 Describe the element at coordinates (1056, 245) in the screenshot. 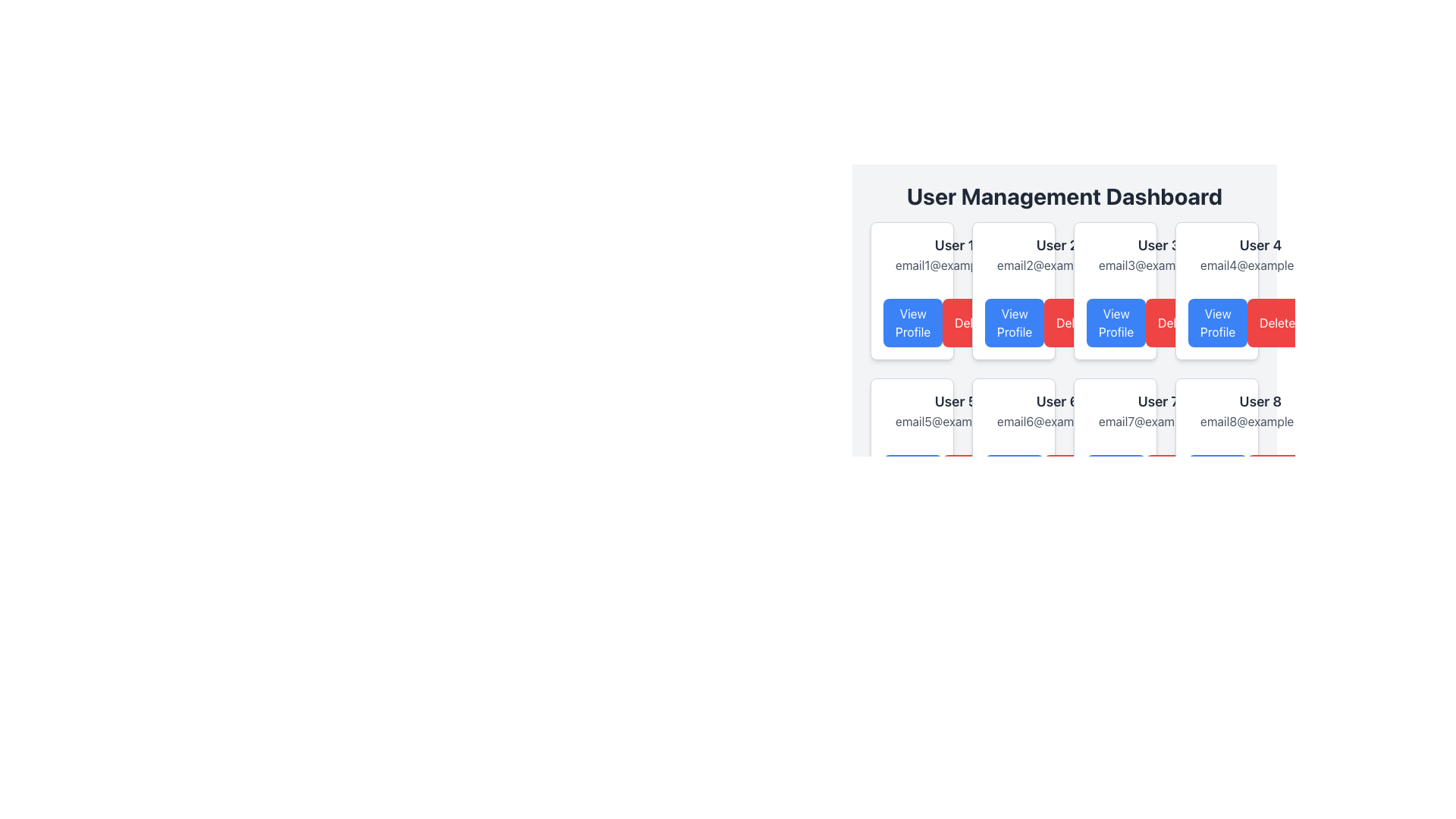

I see `the text label displaying 'User 2' in bold font at the top of the user card` at that location.